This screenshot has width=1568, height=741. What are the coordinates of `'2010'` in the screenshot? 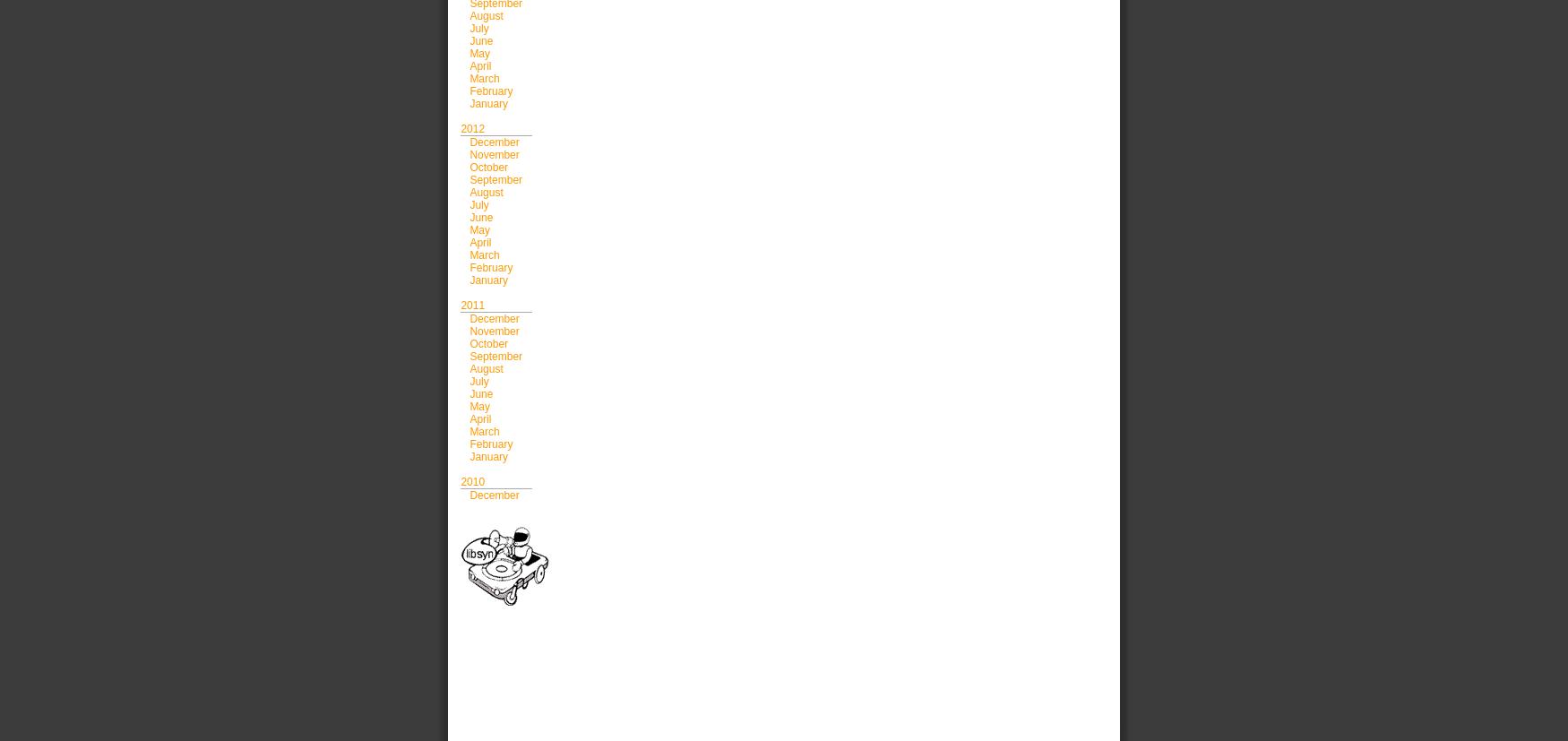 It's located at (471, 480).